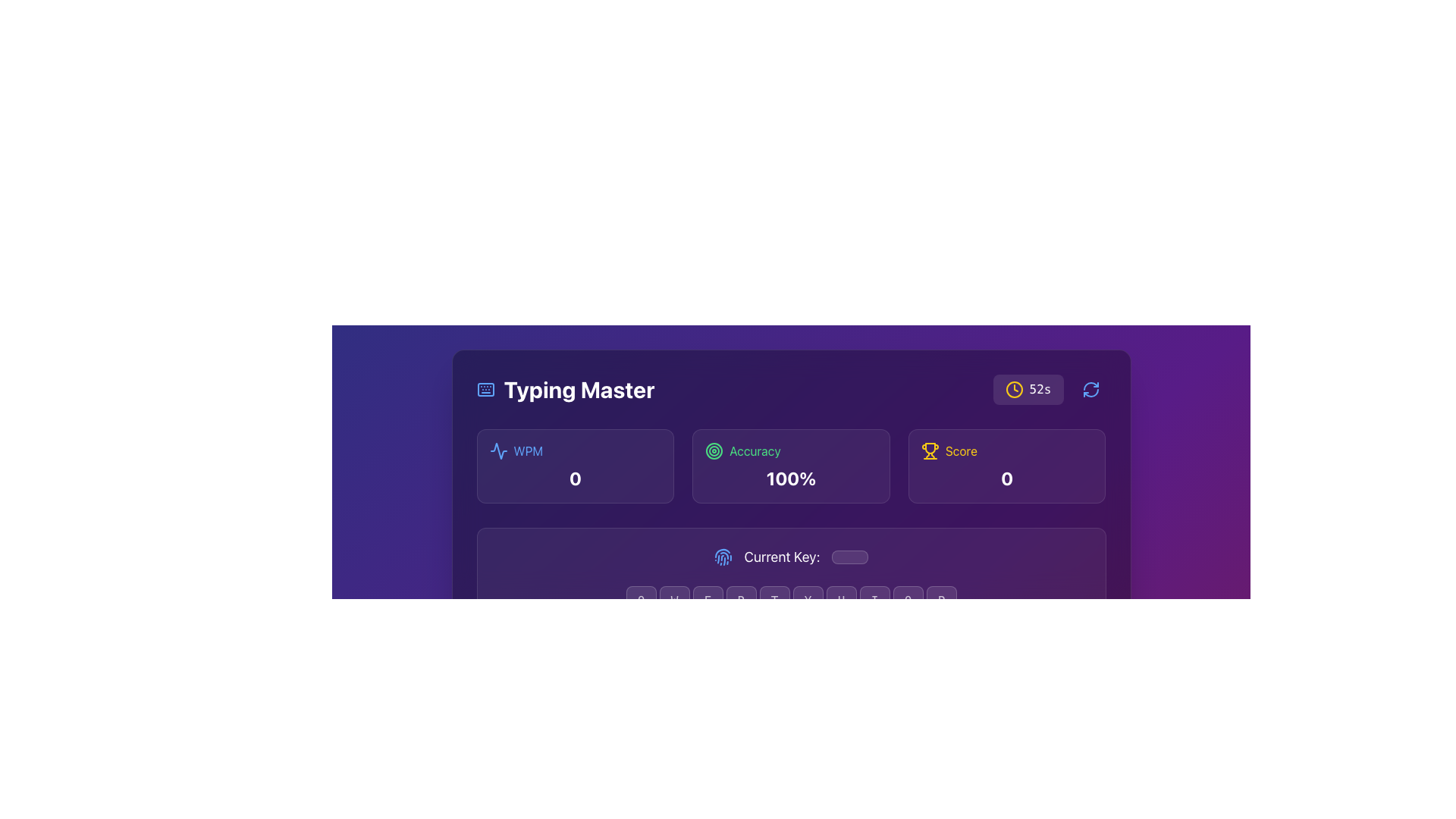  What do you see at coordinates (929, 450) in the screenshot?
I see `the small yellow trophy icon located next to the 'Score' label in the top-right area of the dashboard` at bounding box center [929, 450].